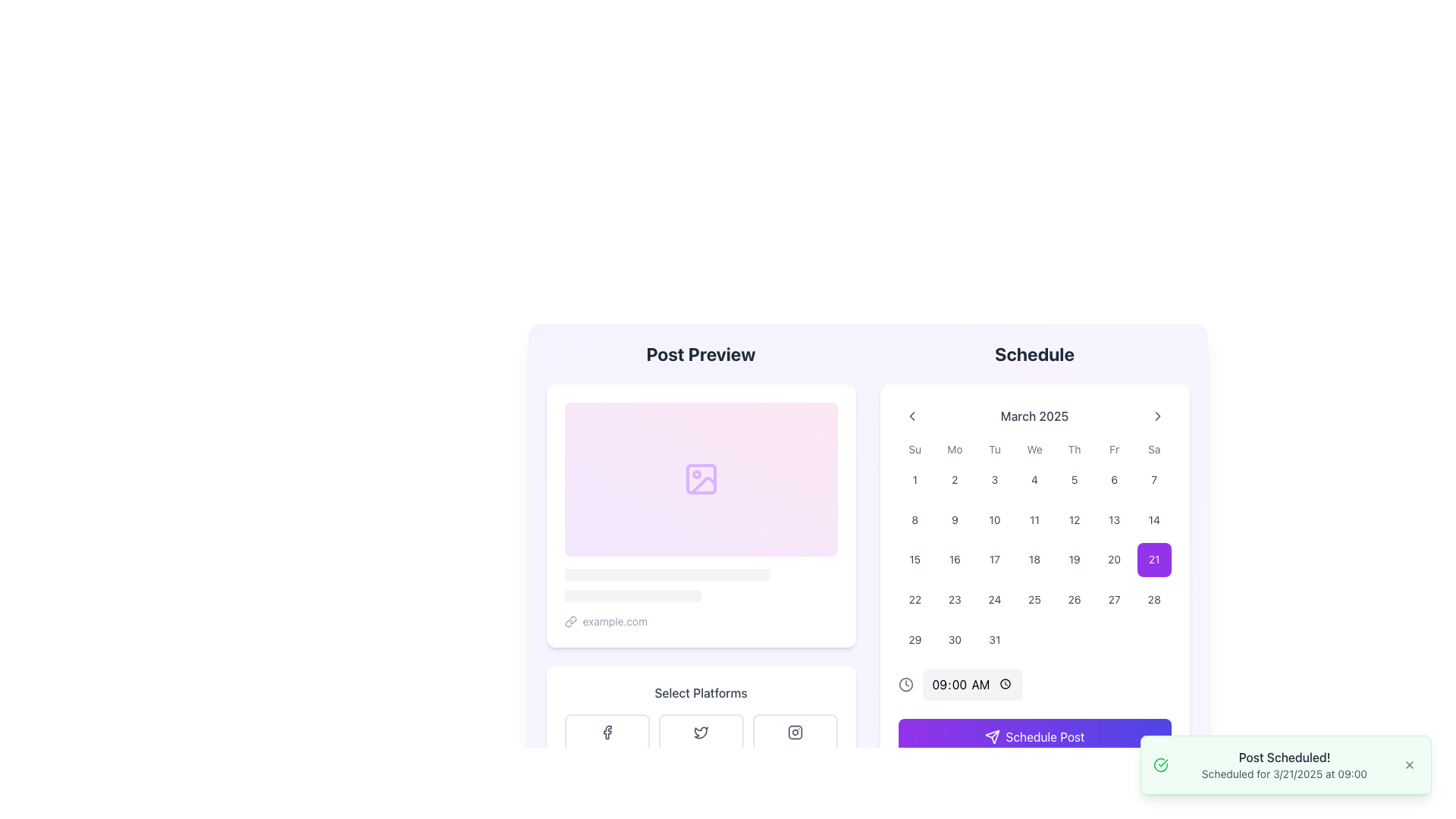 The image size is (1456, 819). What do you see at coordinates (911, 416) in the screenshot?
I see `the leftward-facing chevron arrow icon, which is styled with rounded edges and located within a small interactive box in the top-left corner of the schedule section, to trigger the hover effect` at bounding box center [911, 416].